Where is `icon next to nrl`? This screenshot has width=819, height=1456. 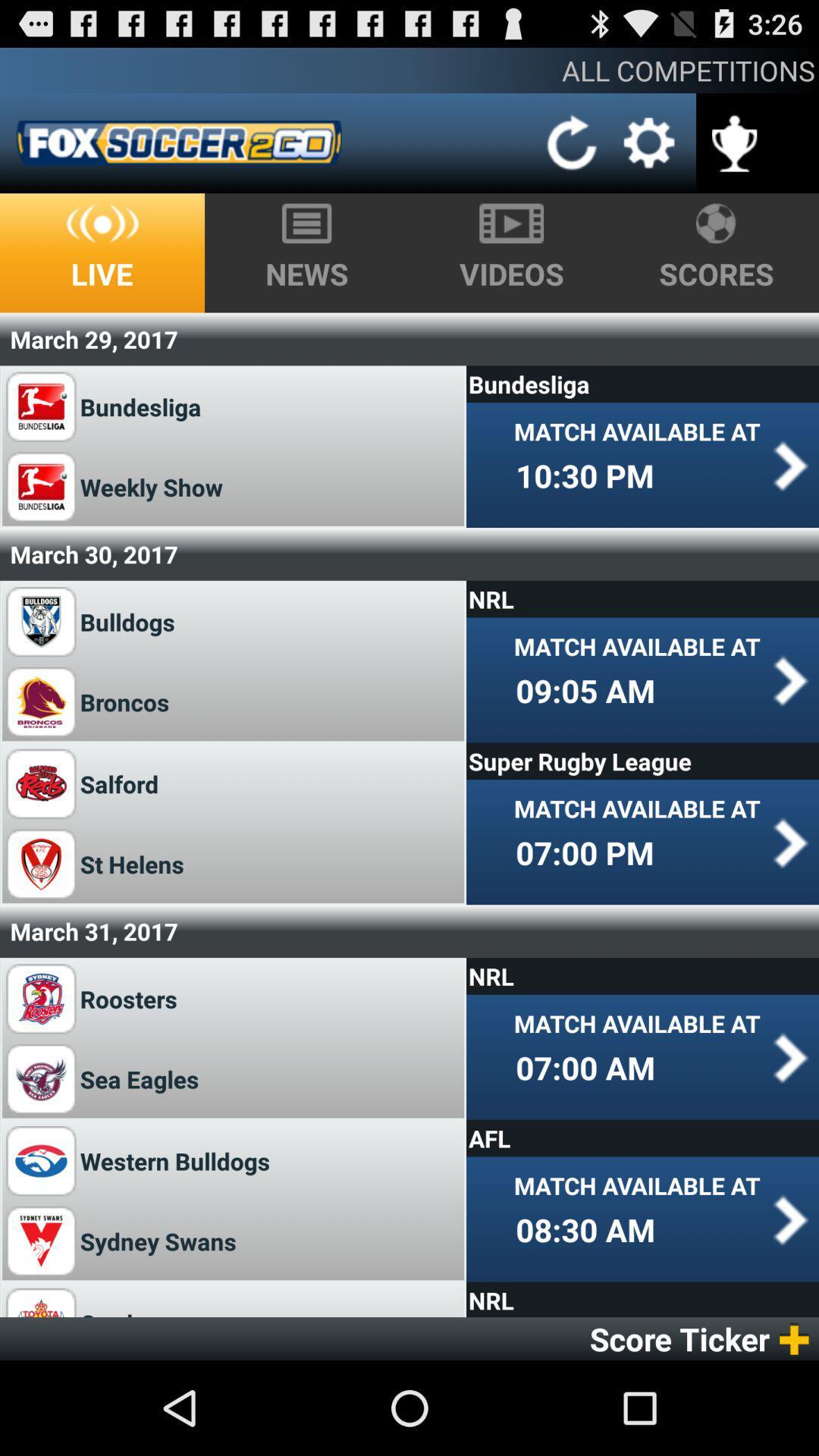
icon next to nrl is located at coordinates (128, 1309).